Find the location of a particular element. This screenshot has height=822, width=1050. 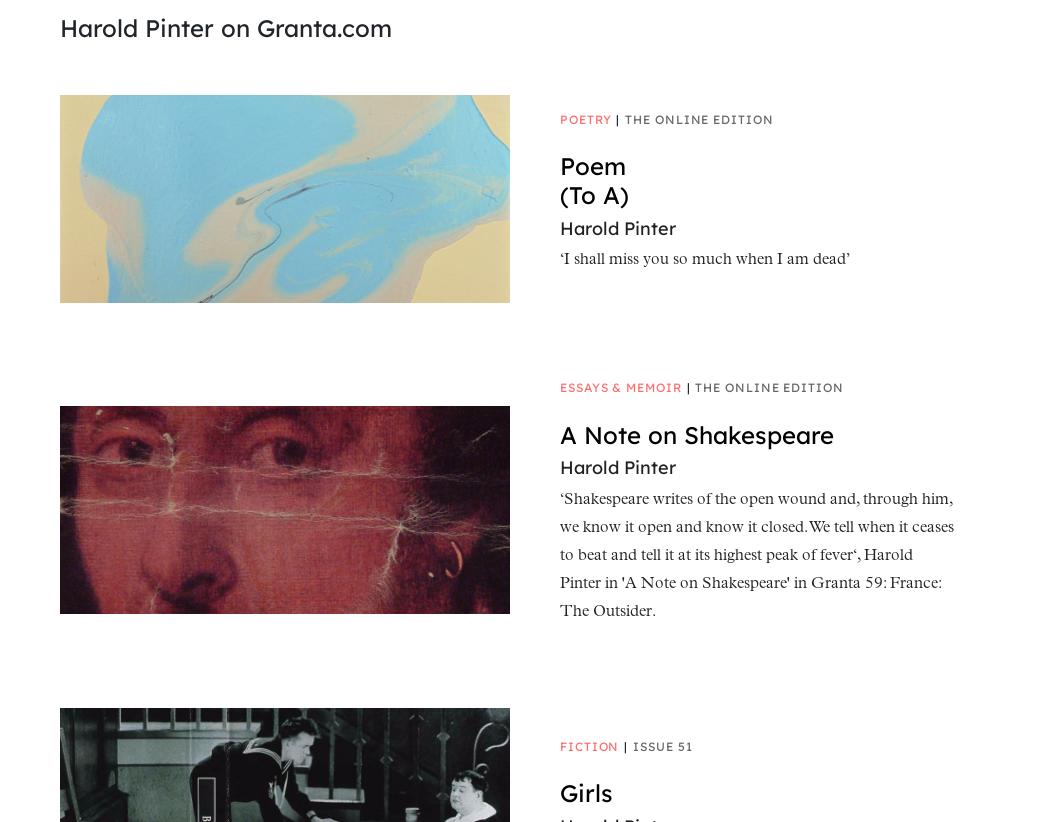

'‘Shakespeare writes of the open wound and, through him, we know it open and know it closed. We tell when it ceases to beat and tell it at its highest peak of fever‘, Harold Pinter in 'A Note on Shakespeare' in Granta 59: France: The Outsider.' is located at coordinates (559, 556).